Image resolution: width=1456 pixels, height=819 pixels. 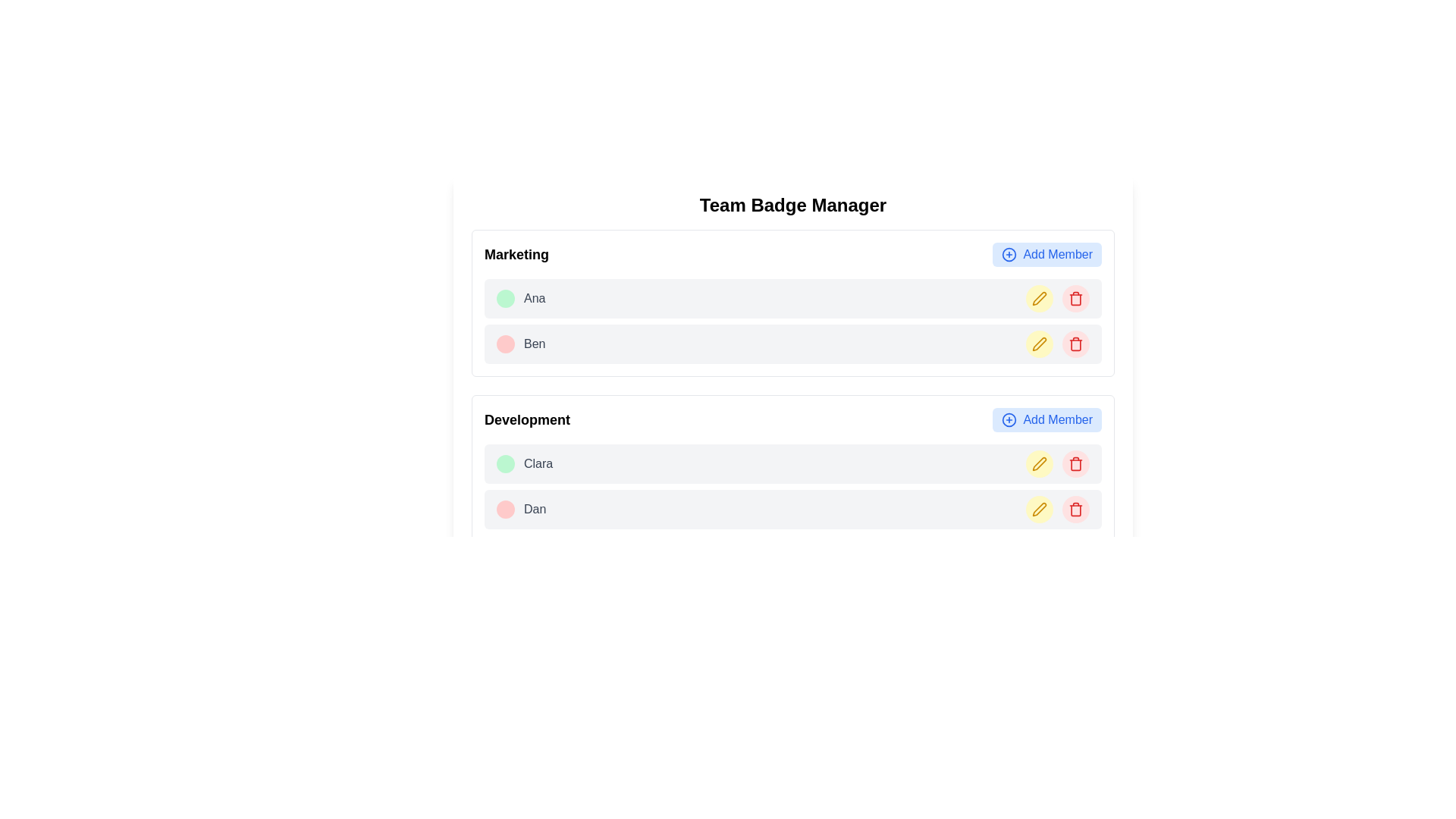 What do you see at coordinates (506, 344) in the screenshot?
I see `the circular badge with a red background and 'Inactive' text, located in the second row of the 'Marketing' section, preceding the username 'Ben.'` at bounding box center [506, 344].